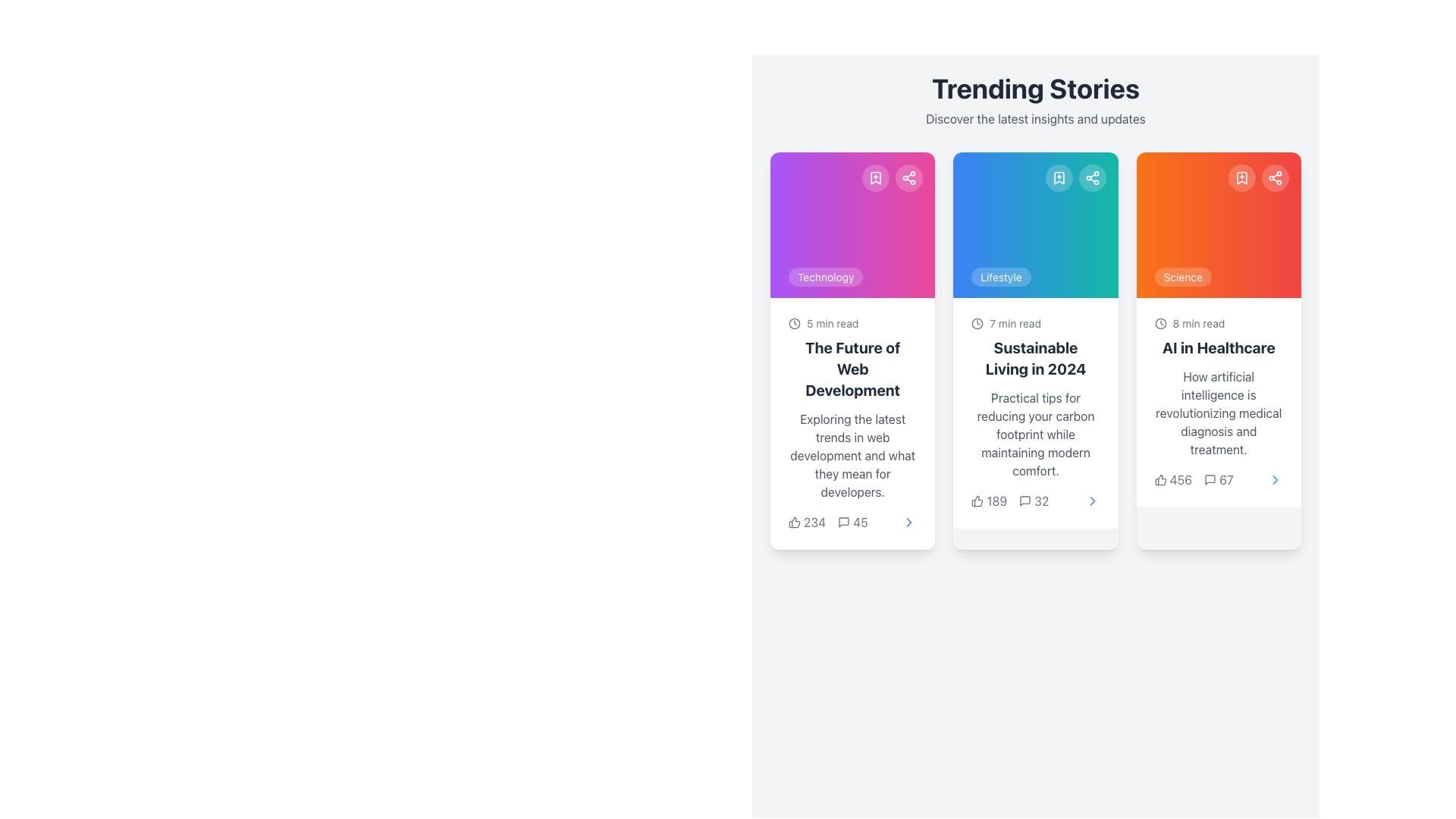  What do you see at coordinates (1241, 177) in the screenshot?
I see `the small white bookmark icon located inside the circular button at the top-right corner of the third card labeled 'Science' in the 'Trending Stories' section to bookmark the item` at bounding box center [1241, 177].